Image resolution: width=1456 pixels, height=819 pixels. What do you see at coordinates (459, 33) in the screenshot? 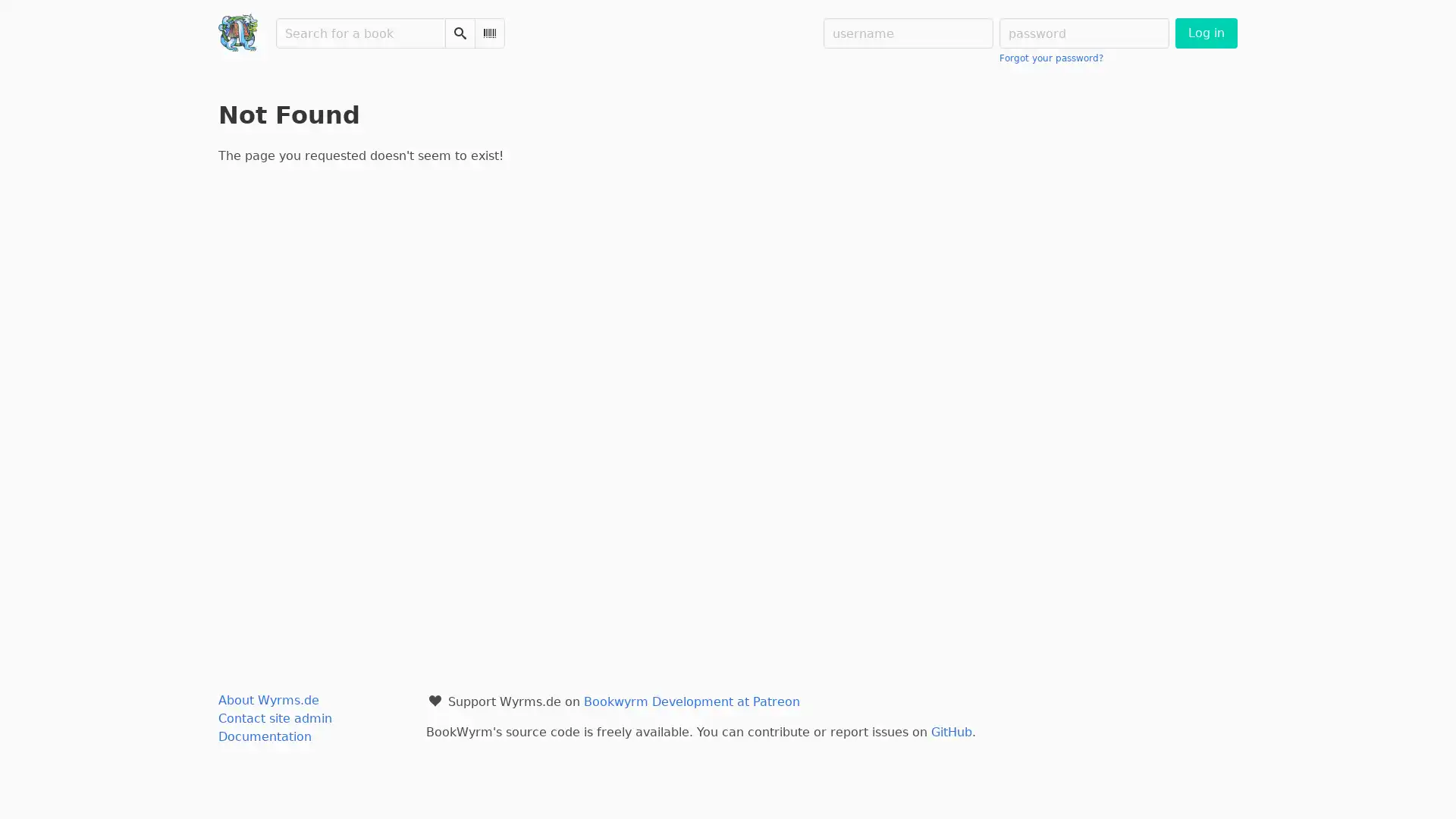
I see `Search` at bounding box center [459, 33].